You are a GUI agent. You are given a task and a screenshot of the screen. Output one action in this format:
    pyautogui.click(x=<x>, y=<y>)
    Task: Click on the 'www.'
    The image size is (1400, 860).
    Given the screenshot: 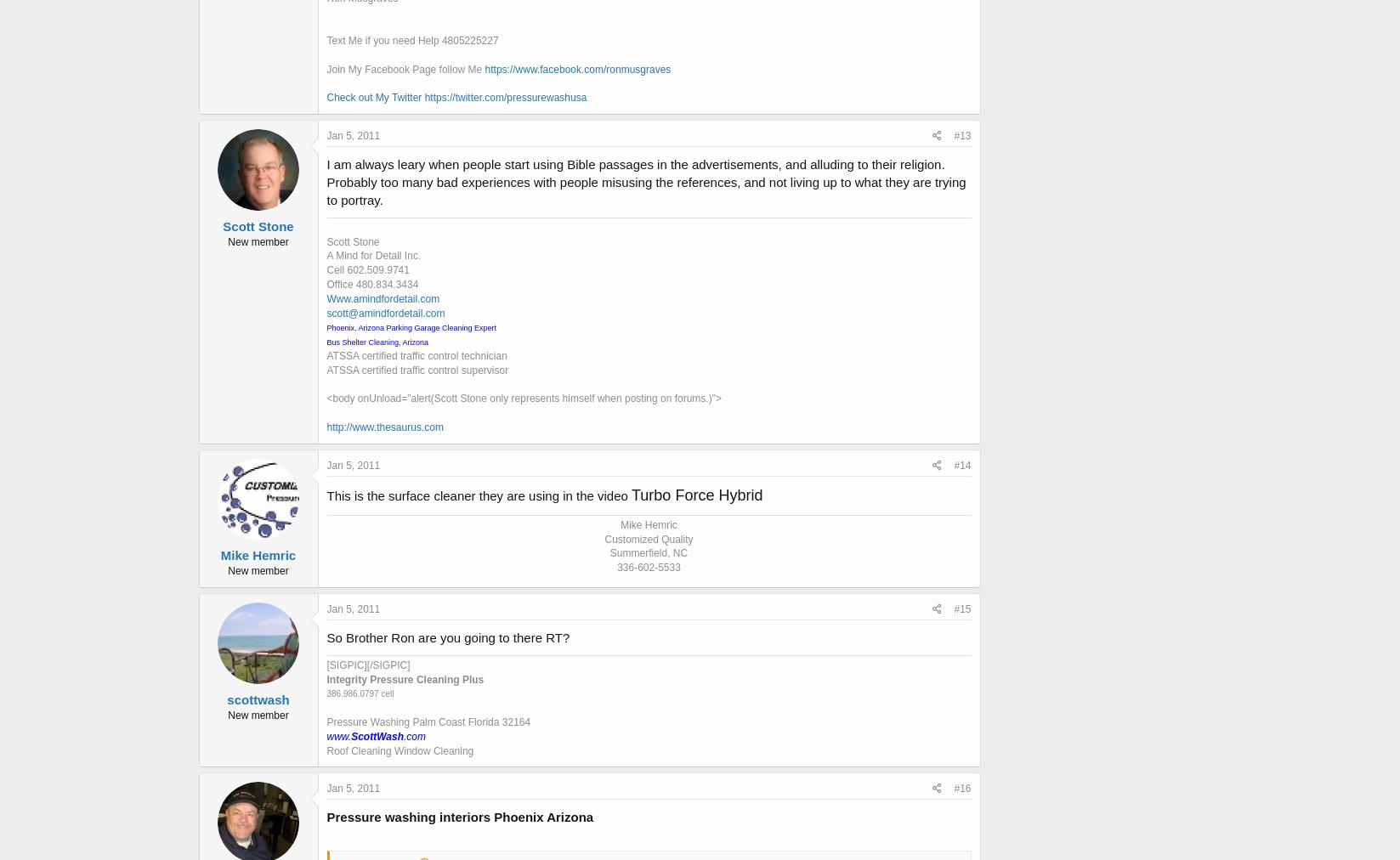 What is the action you would take?
    pyautogui.click(x=338, y=734)
    